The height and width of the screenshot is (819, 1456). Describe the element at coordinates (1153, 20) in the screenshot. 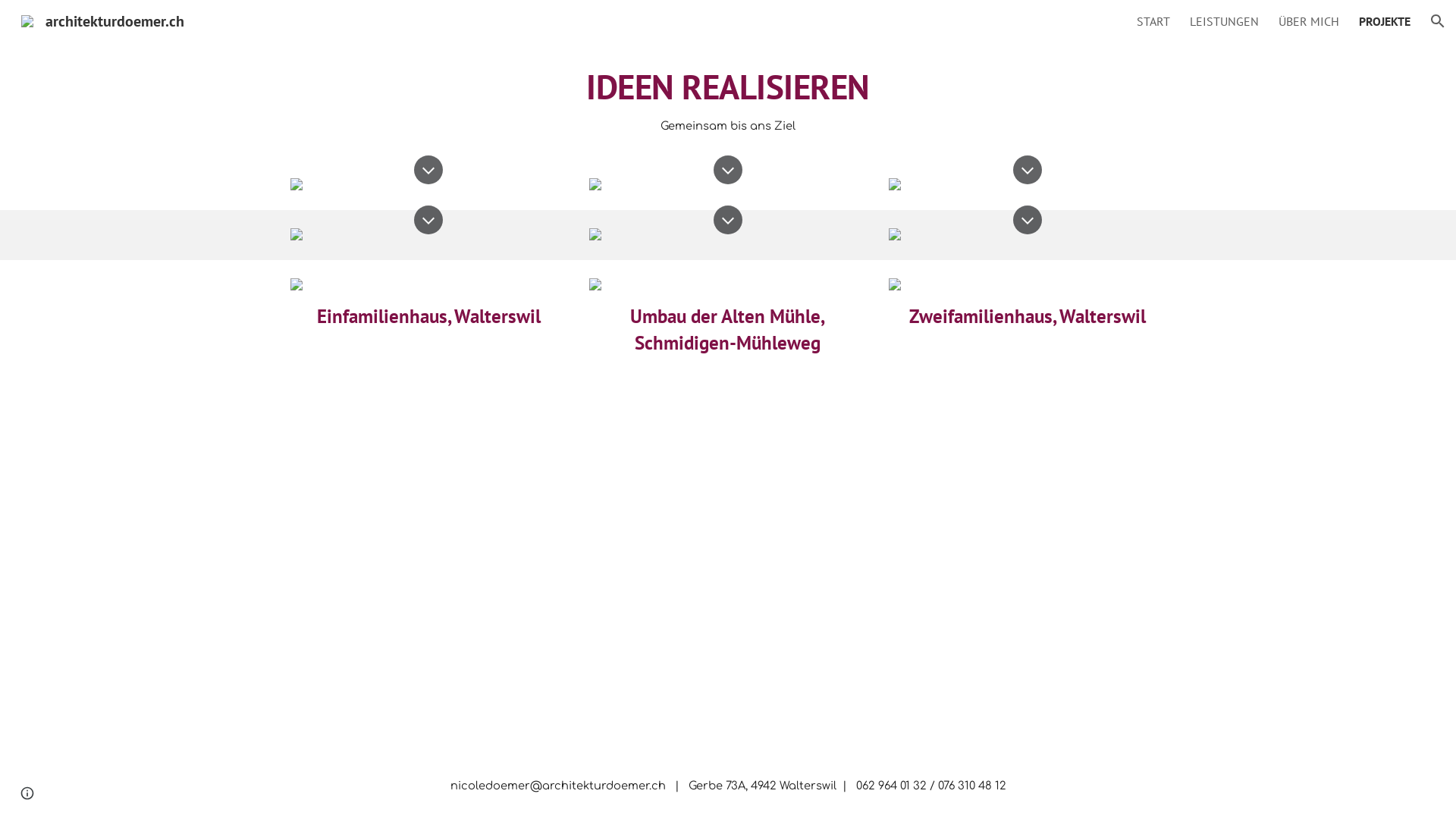

I see `'START'` at that location.